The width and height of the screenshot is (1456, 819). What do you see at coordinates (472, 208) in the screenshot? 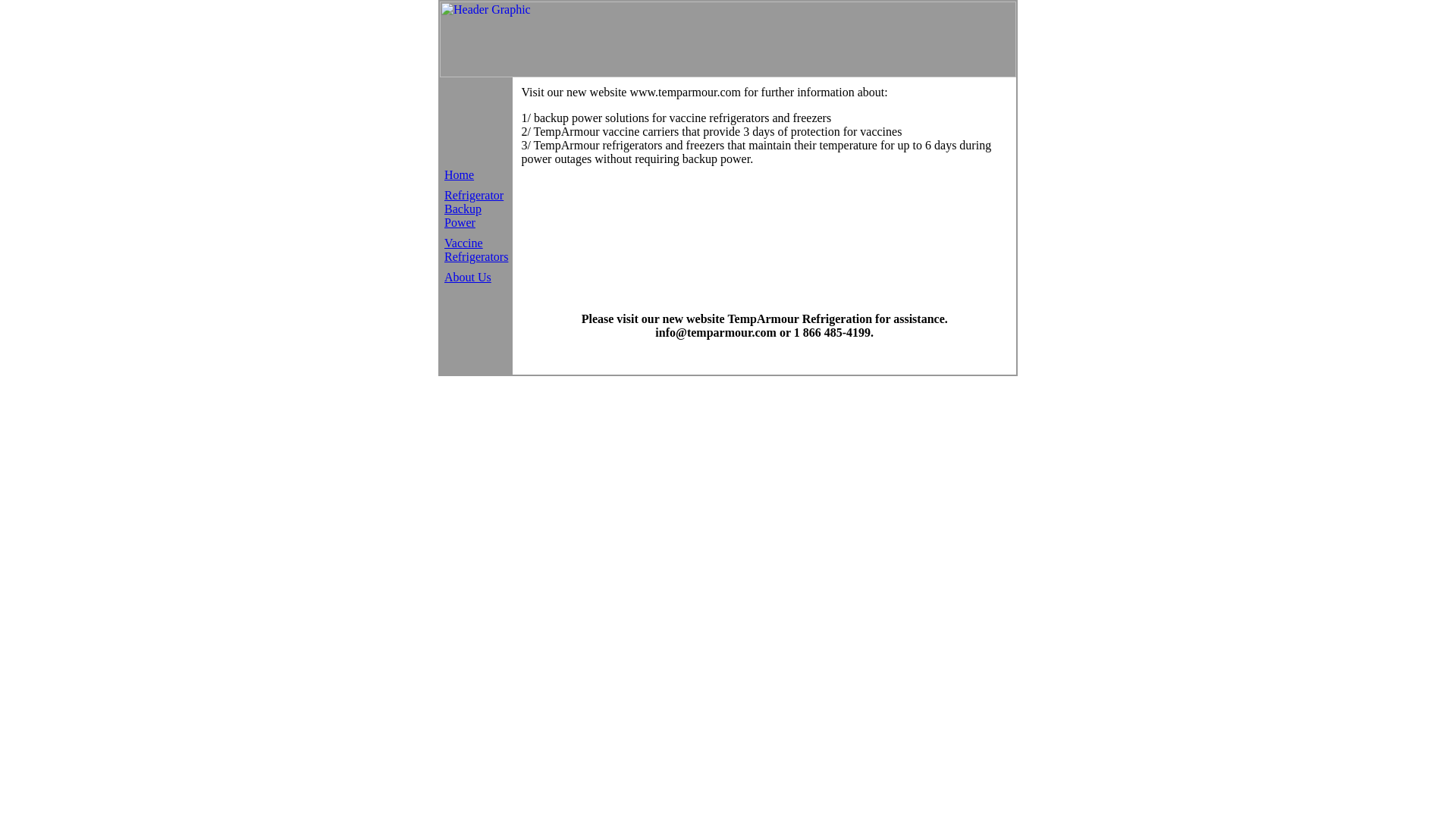
I see `'Refrigerator Backup Power'` at bounding box center [472, 208].